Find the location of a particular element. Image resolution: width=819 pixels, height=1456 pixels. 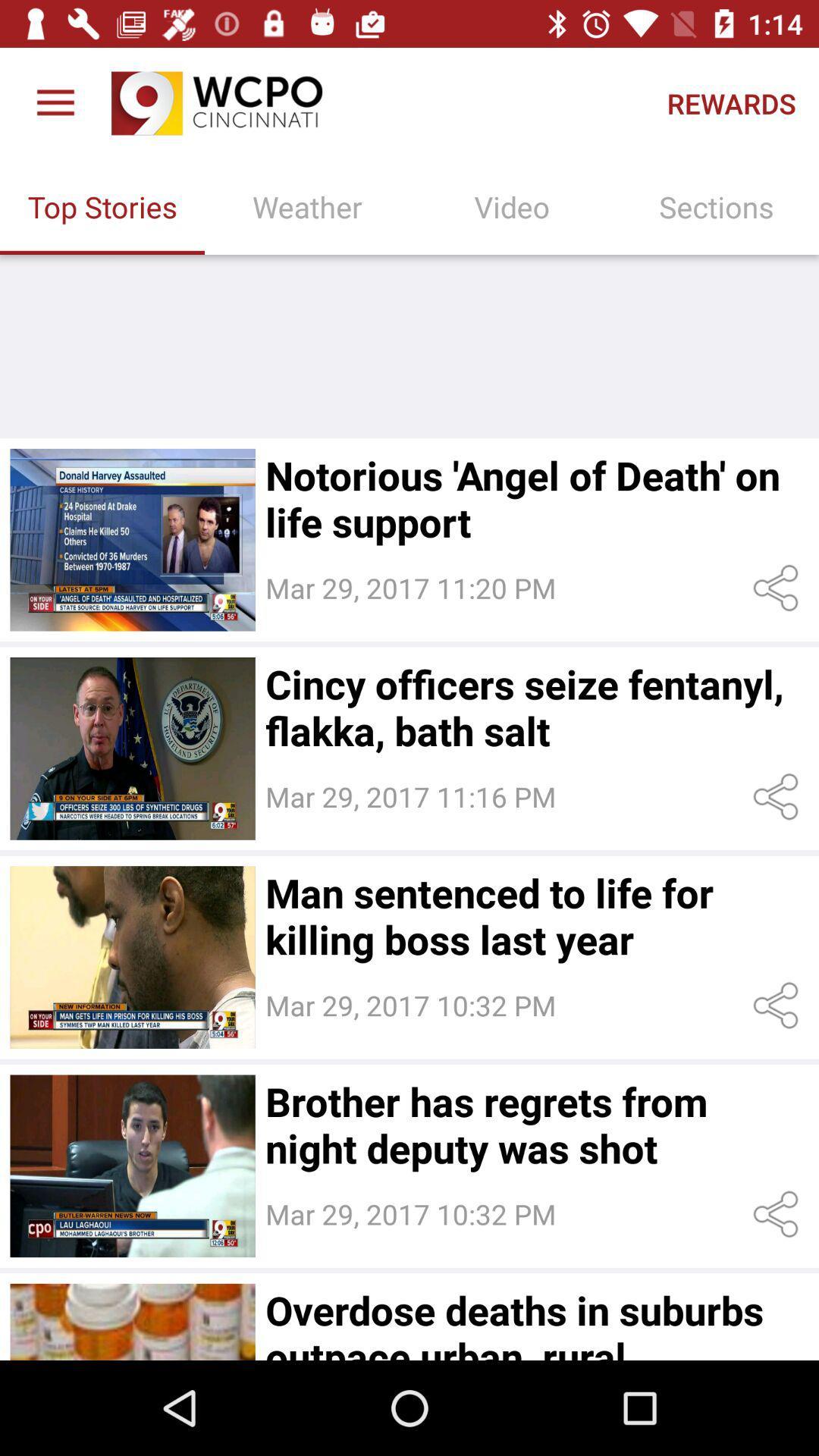

share the article is located at coordinates (779, 1214).